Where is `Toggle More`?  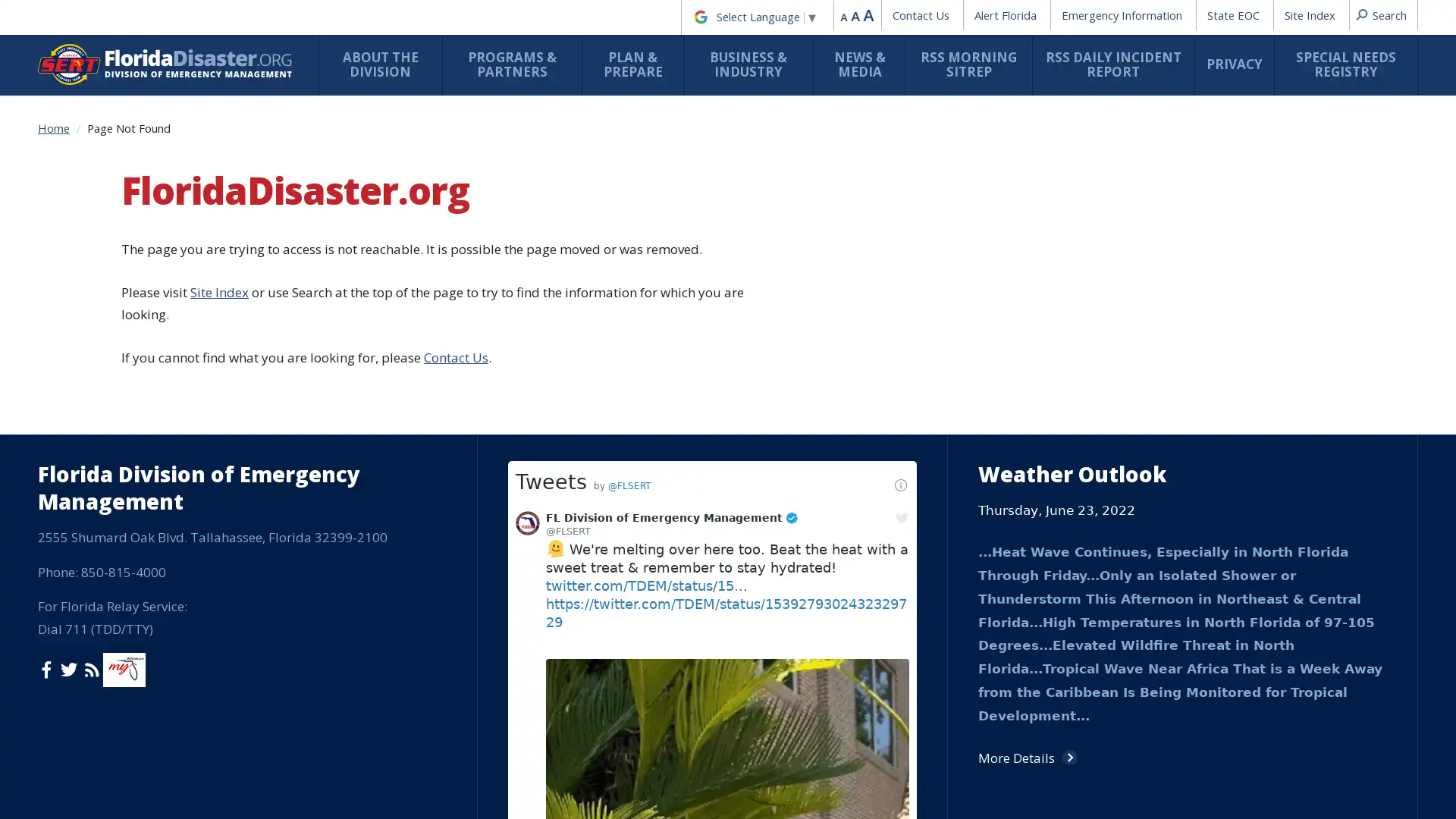 Toggle More is located at coordinates (607, 390).